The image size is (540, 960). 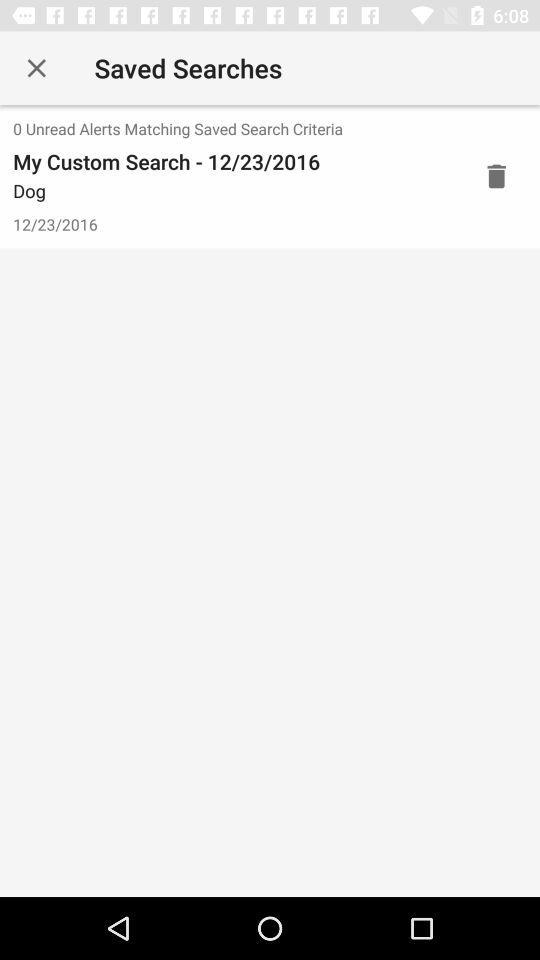 What do you see at coordinates (495, 175) in the screenshot?
I see `a trashcan for deleting searches` at bounding box center [495, 175].